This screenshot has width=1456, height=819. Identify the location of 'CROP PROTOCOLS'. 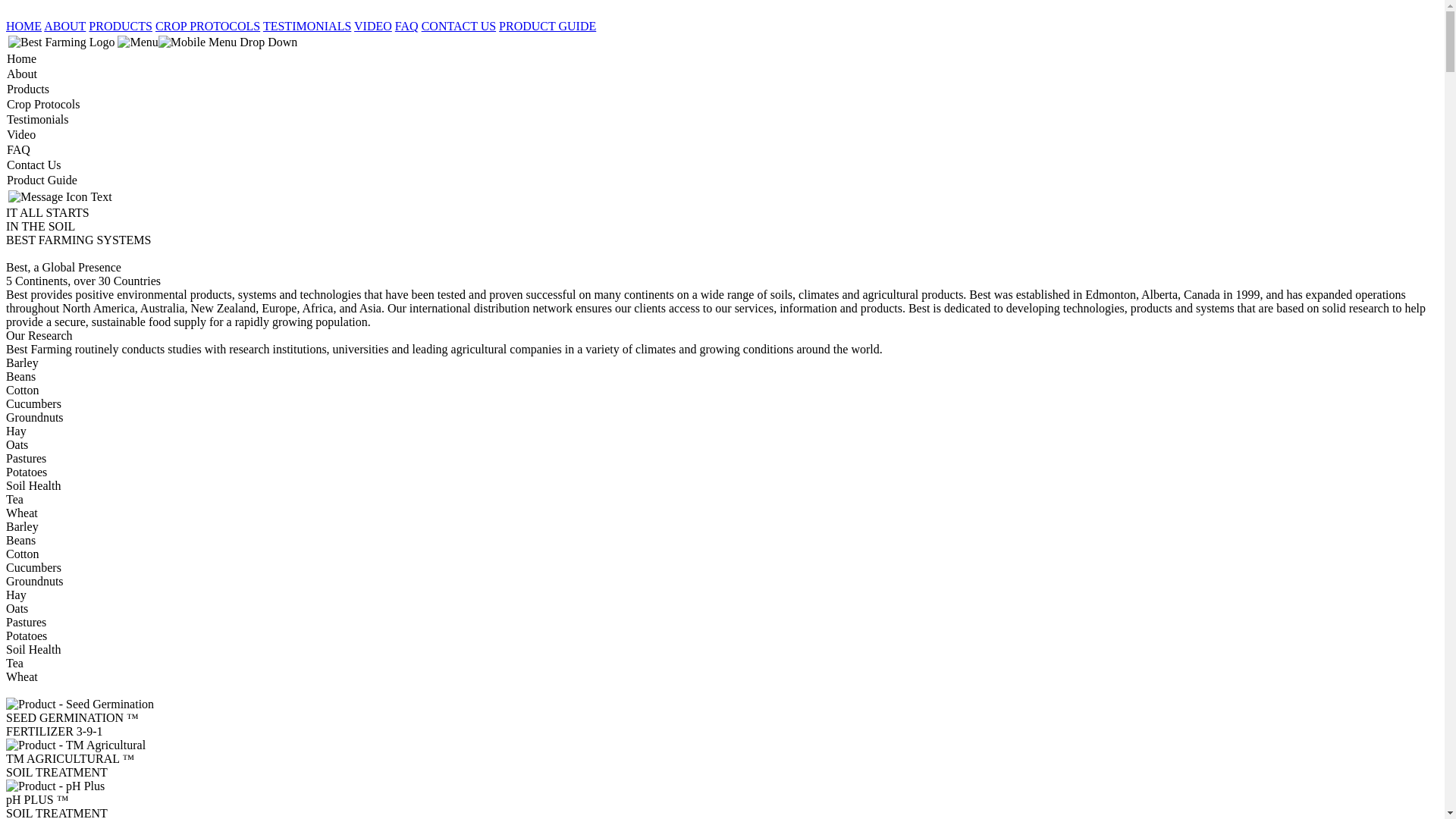
(206, 26).